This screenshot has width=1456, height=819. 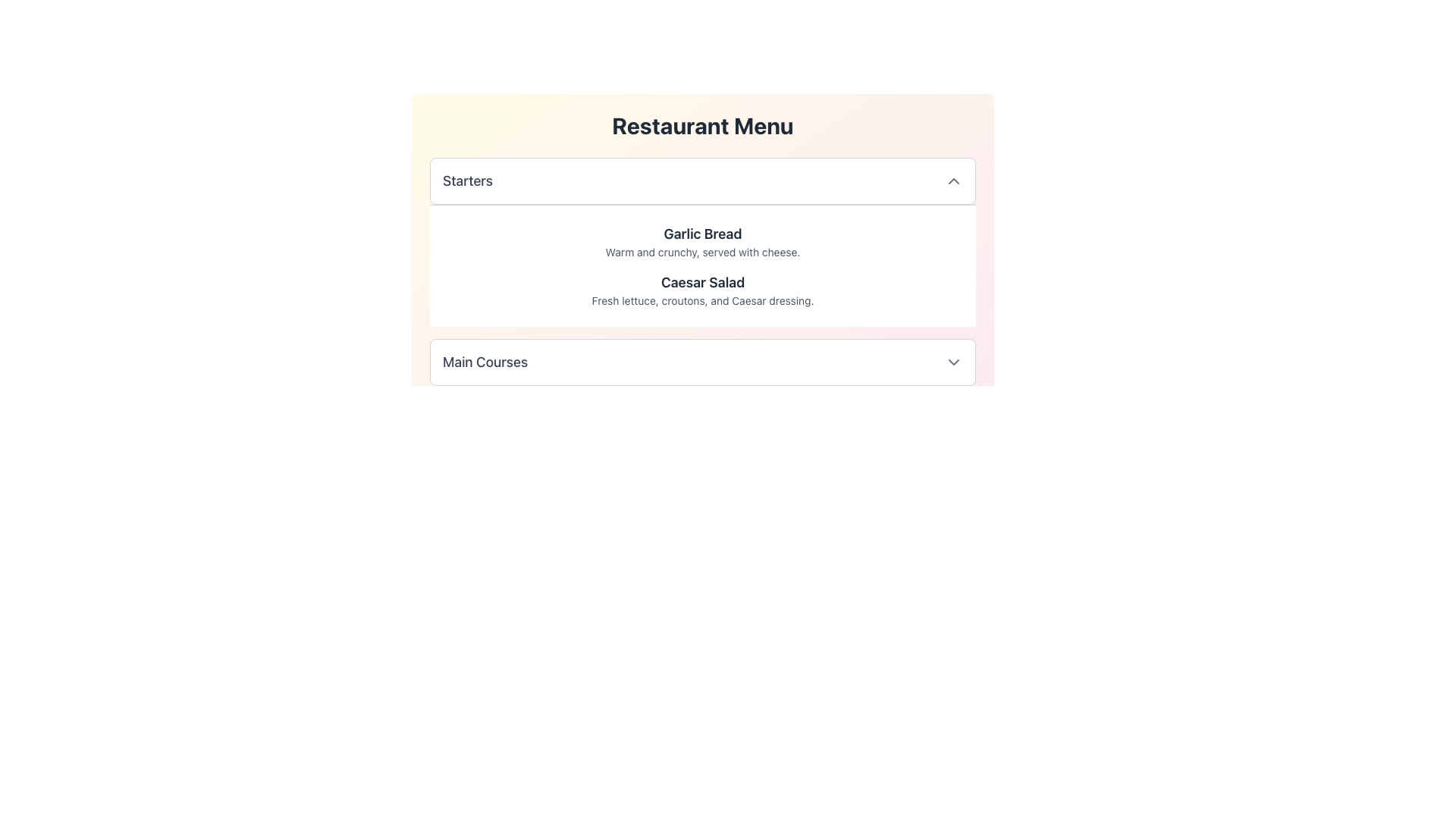 What do you see at coordinates (701, 282) in the screenshot?
I see `text label 'Caesar Salad' which is styled prominently in bold dark gray font, located in the 'Starters' section of the 'Restaurant Menu', positioned between 'Garlic Bread' and its own ingredients description` at bounding box center [701, 282].